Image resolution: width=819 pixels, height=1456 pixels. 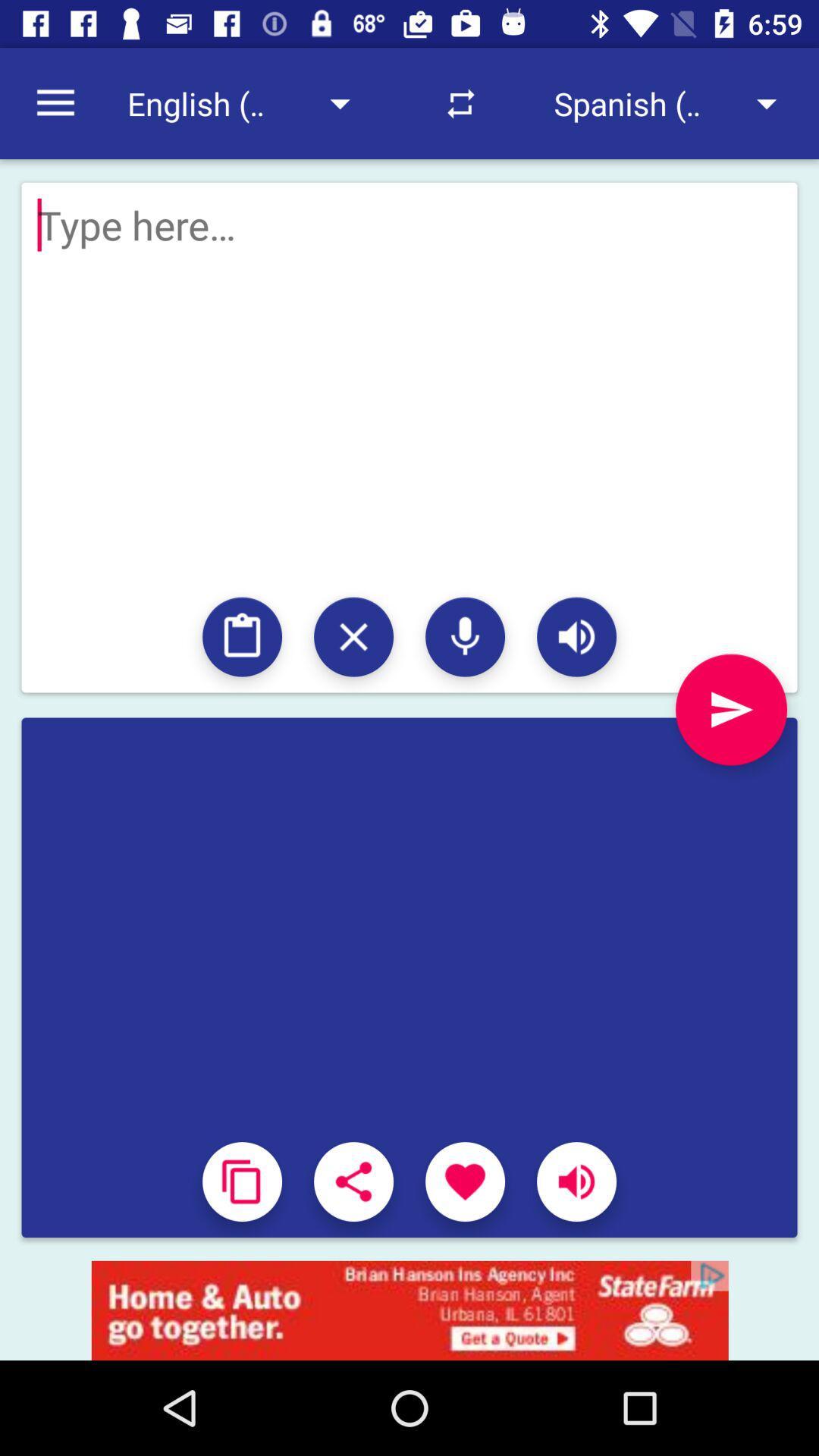 I want to click on microphone, so click(x=464, y=637).